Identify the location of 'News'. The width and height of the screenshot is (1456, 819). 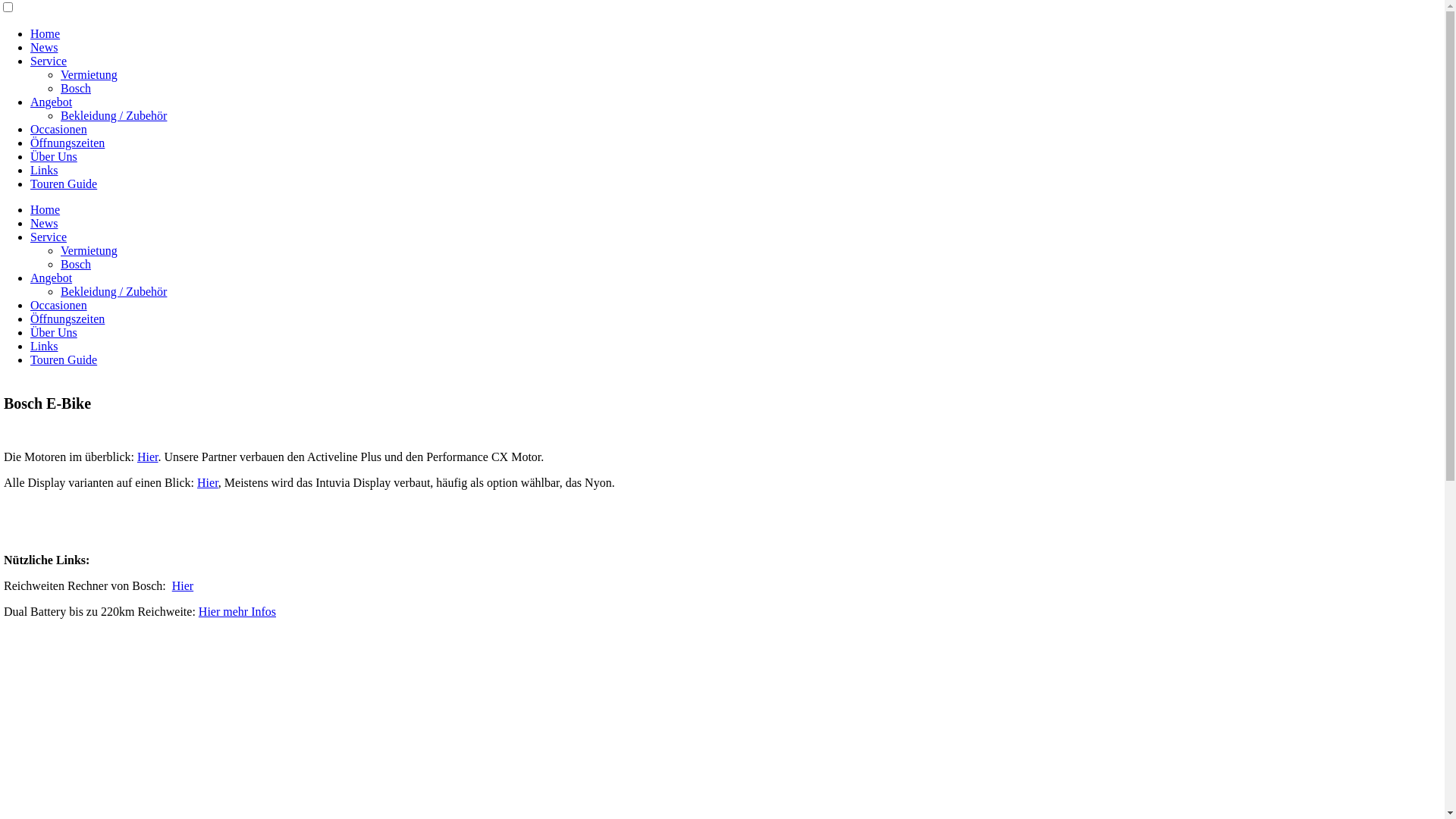
(43, 223).